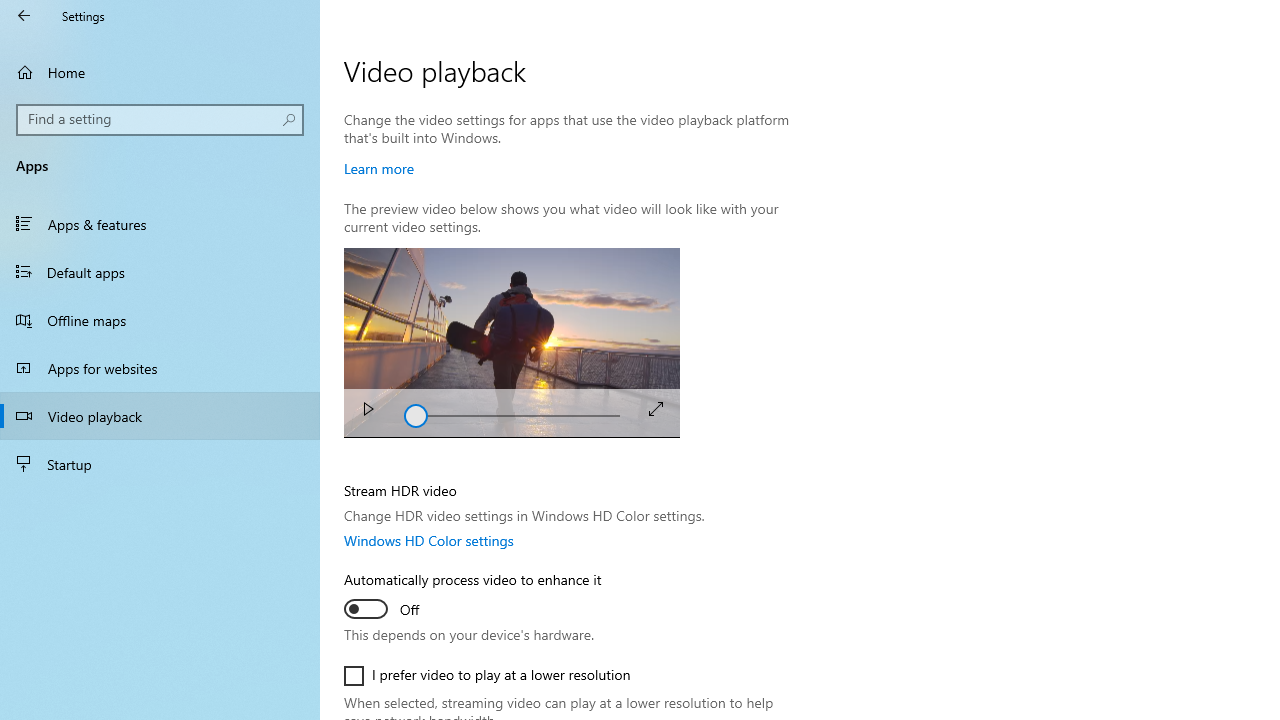 This screenshot has width=1280, height=720. Describe the element at coordinates (160, 414) in the screenshot. I see `'Video playback'` at that location.